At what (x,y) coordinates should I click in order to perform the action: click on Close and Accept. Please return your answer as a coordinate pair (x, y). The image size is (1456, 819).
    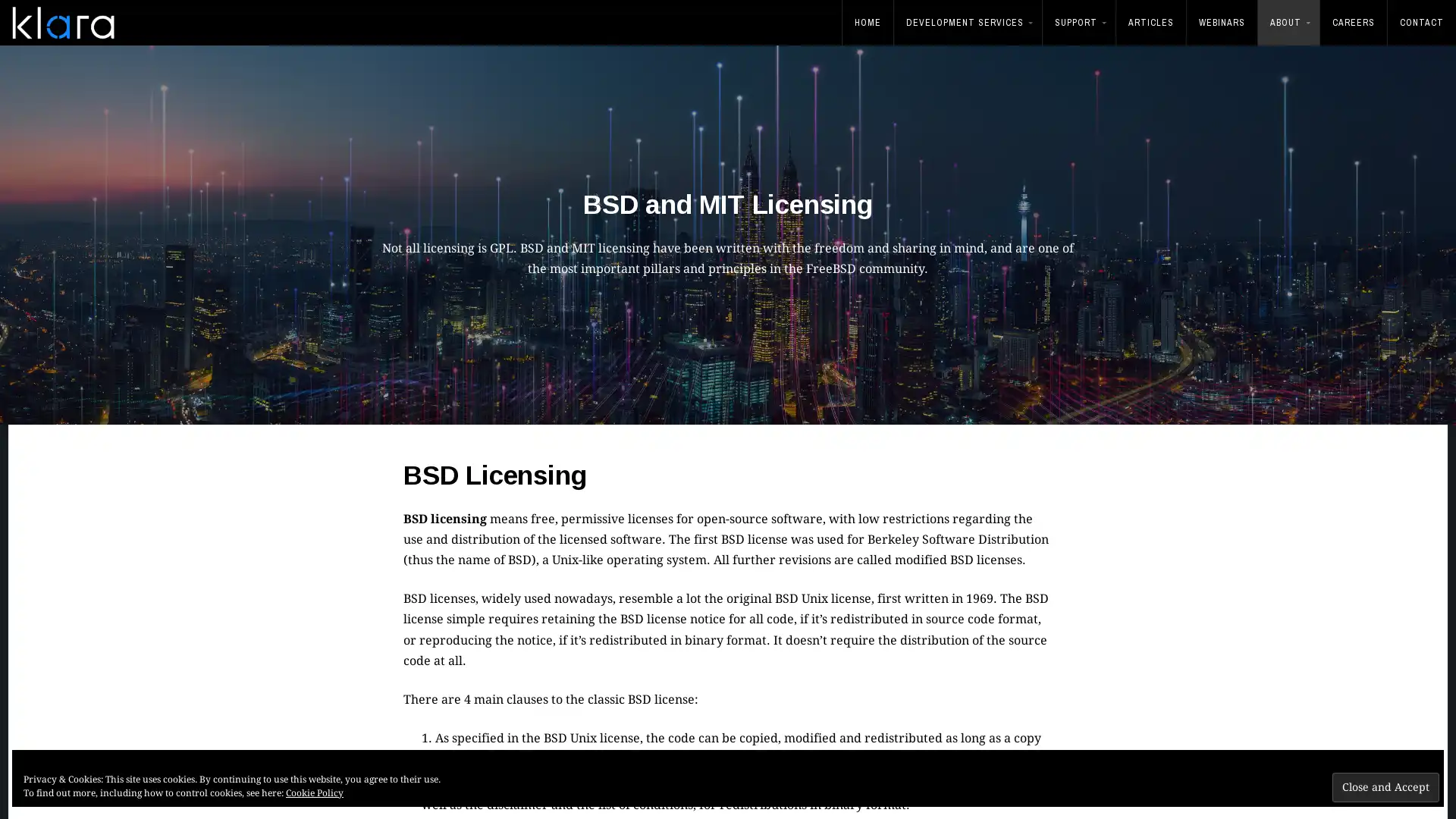
    Looking at the image, I should click on (1385, 786).